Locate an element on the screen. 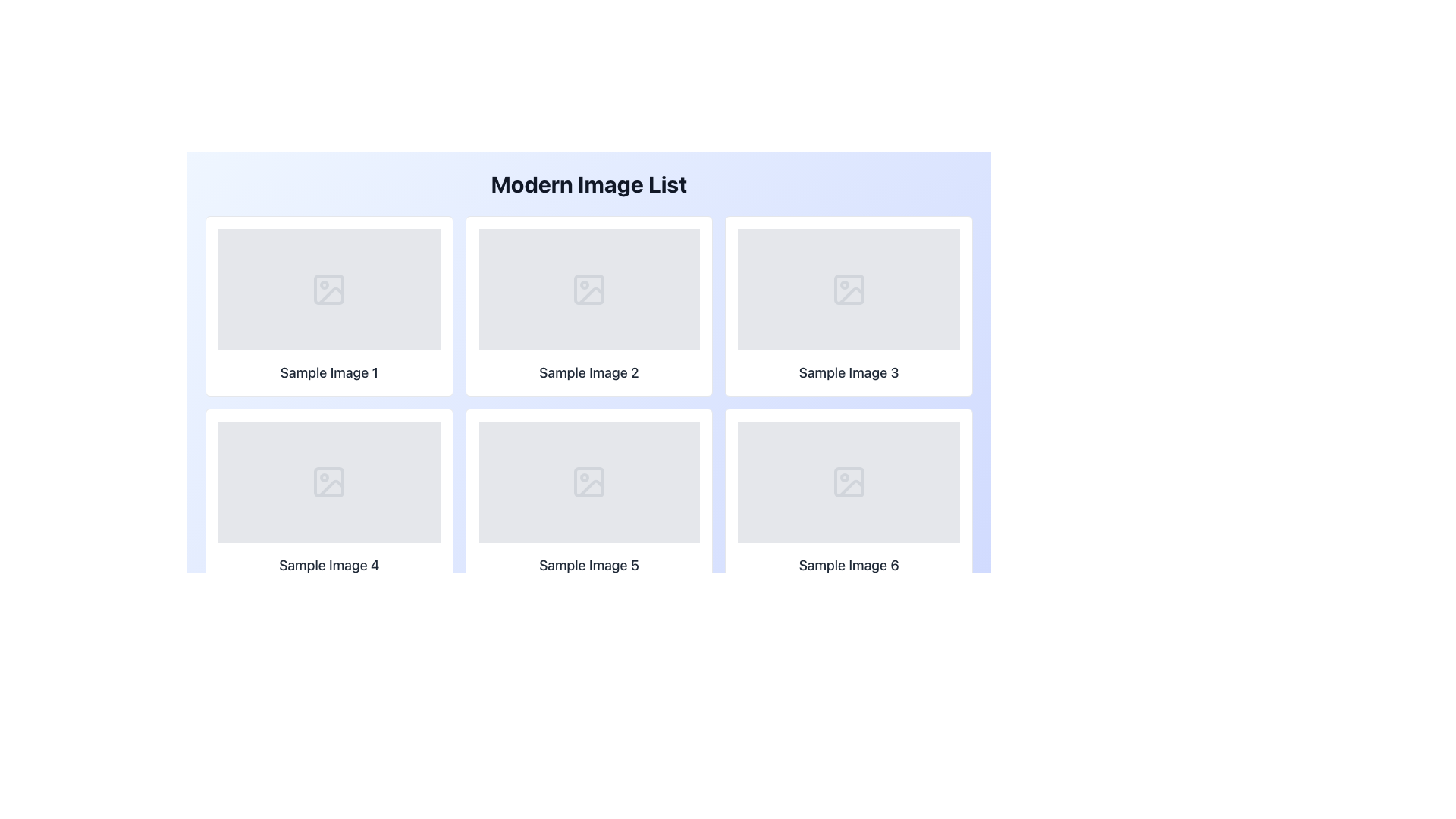 Image resolution: width=1456 pixels, height=819 pixels. the text label displaying 'Sample Image 2', which is located below the corresponding thumbnail in the grid structure is located at coordinates (588, 373).